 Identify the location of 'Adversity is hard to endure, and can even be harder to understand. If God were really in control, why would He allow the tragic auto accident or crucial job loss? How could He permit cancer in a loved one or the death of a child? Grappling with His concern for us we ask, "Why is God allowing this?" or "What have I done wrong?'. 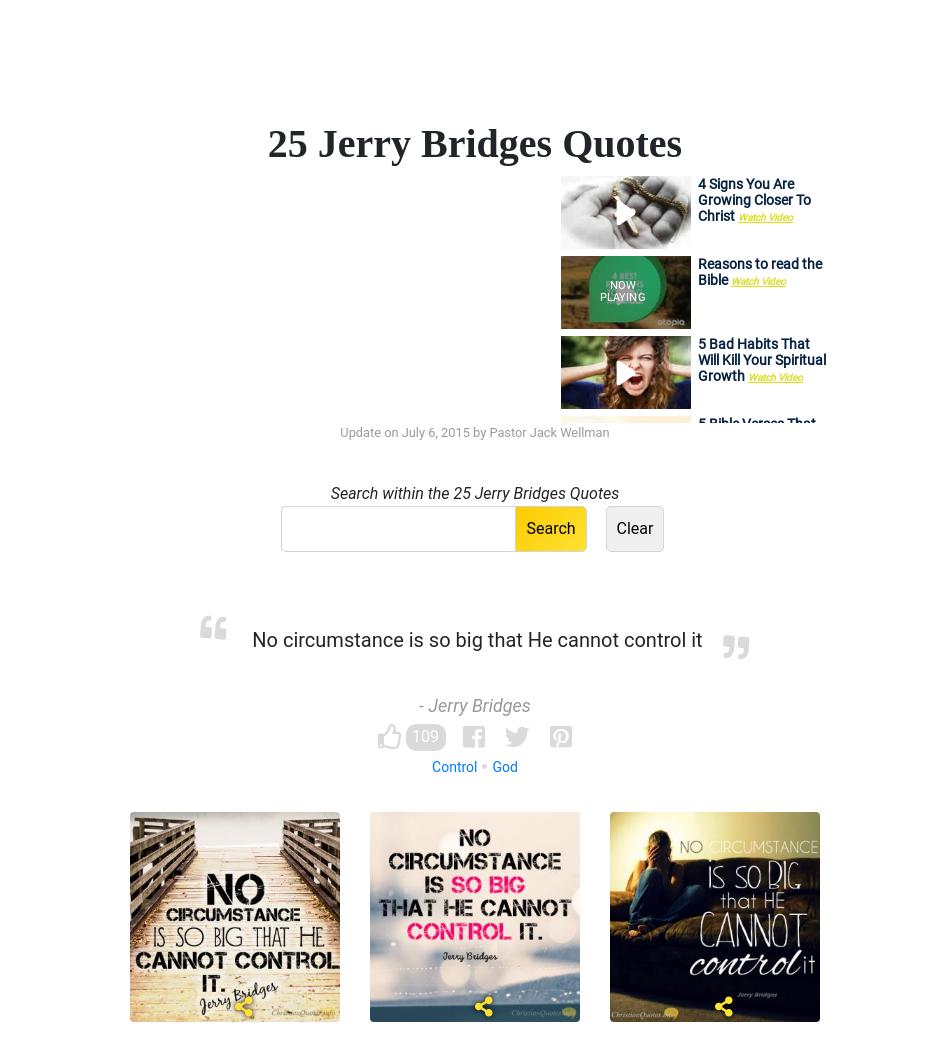
(473, 911).